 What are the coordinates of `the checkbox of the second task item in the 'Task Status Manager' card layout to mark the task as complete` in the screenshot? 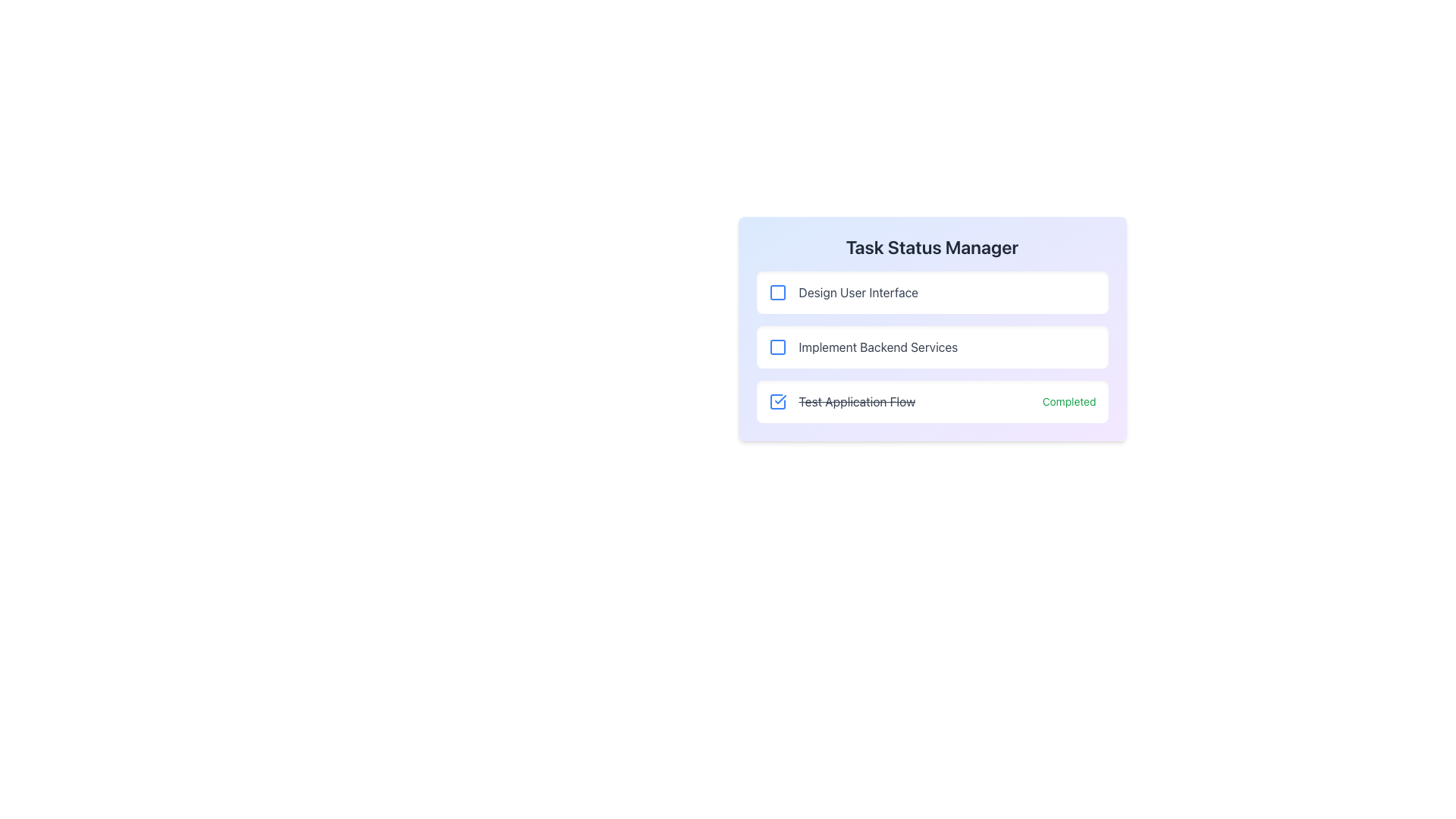 It's located at (931, 347).